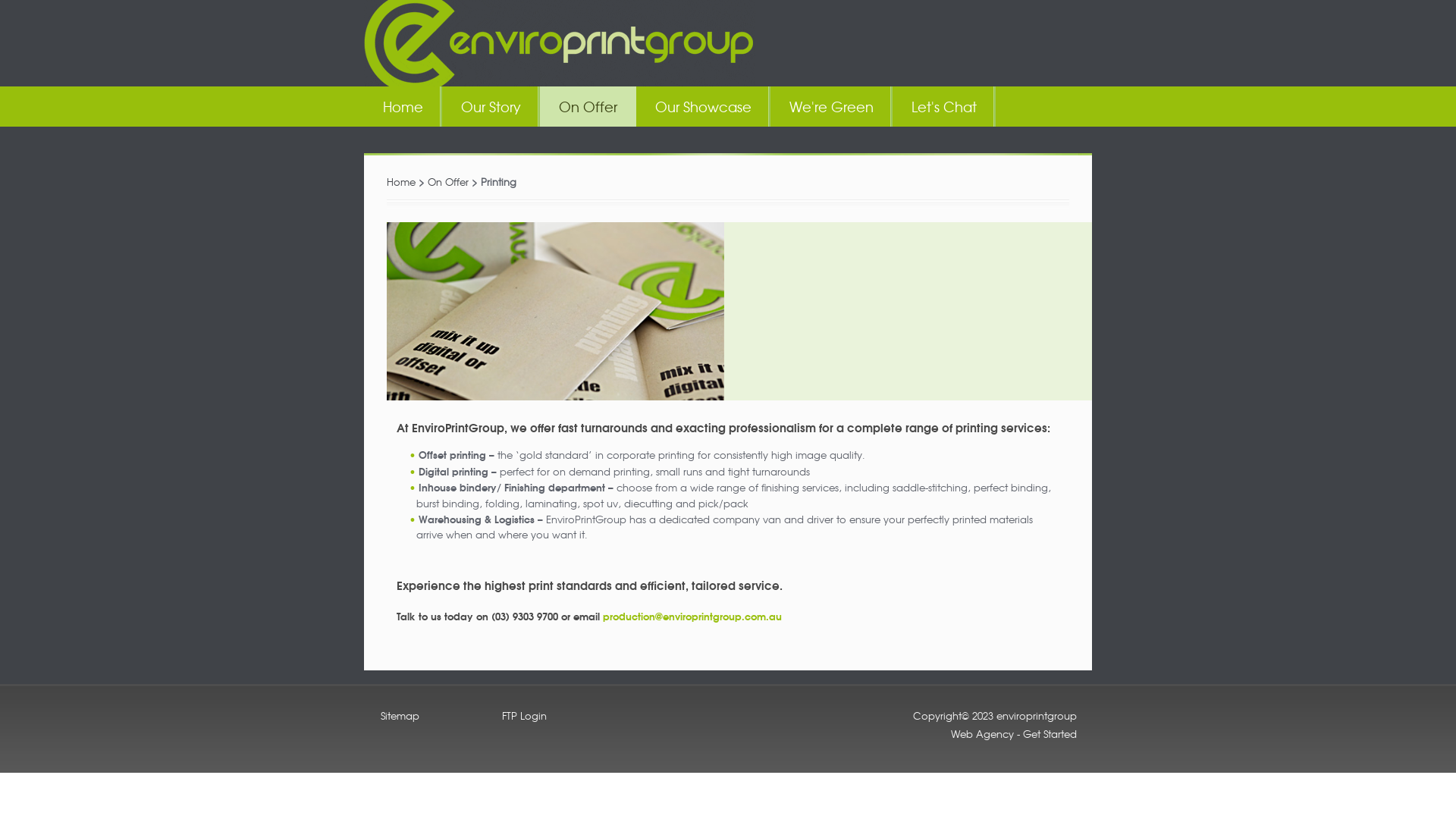 This screenshot has height=819, width=1456. I want to click on 'Sitemap', so click(400, 715).